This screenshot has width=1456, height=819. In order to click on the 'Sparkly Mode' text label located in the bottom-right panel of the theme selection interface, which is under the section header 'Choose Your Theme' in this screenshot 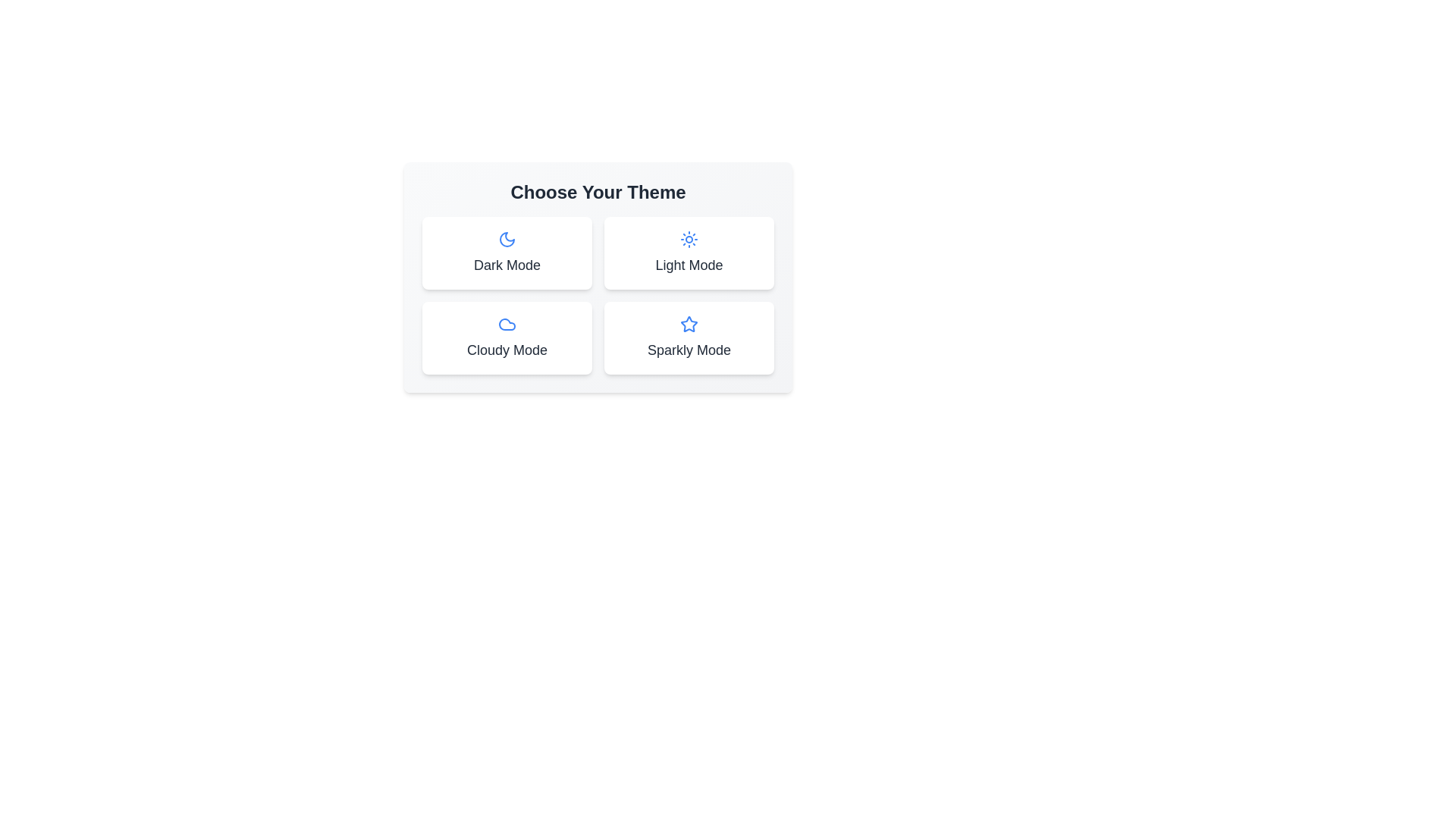, I will do `click(688, 350)`.